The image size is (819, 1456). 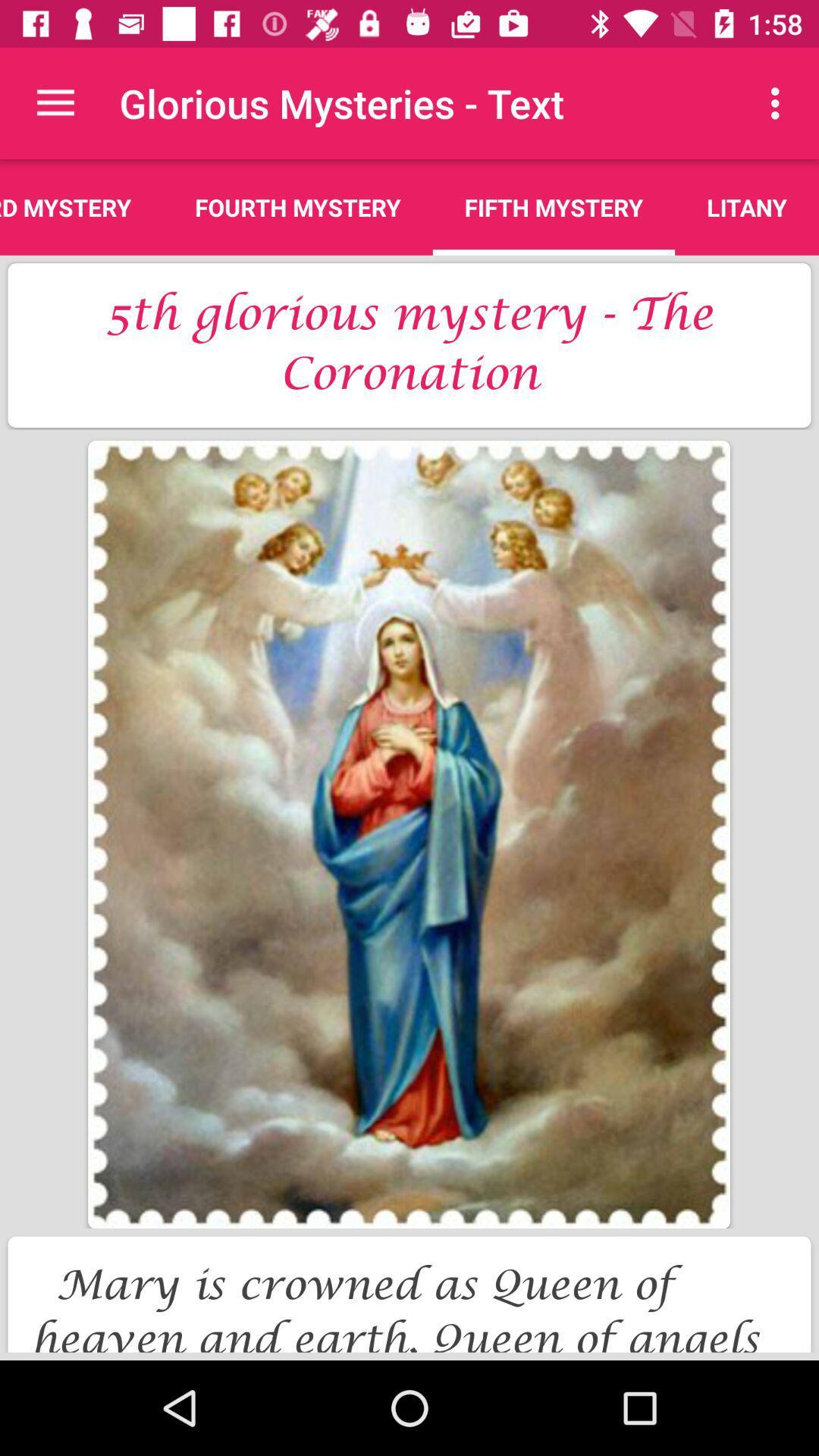 I want to click on the icon to the right of fifth mystery, so click(x=779, y=102).